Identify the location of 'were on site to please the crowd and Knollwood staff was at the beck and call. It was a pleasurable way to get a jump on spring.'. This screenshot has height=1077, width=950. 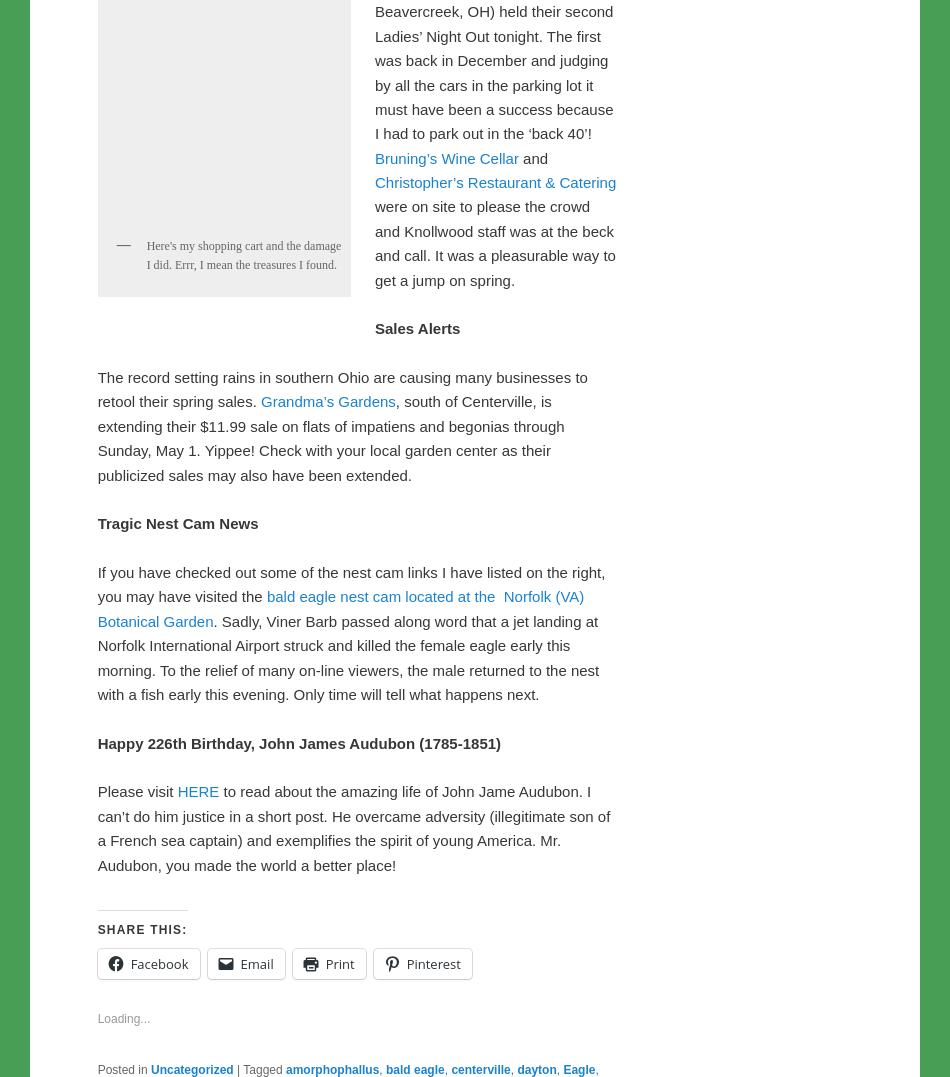
(373, 662).